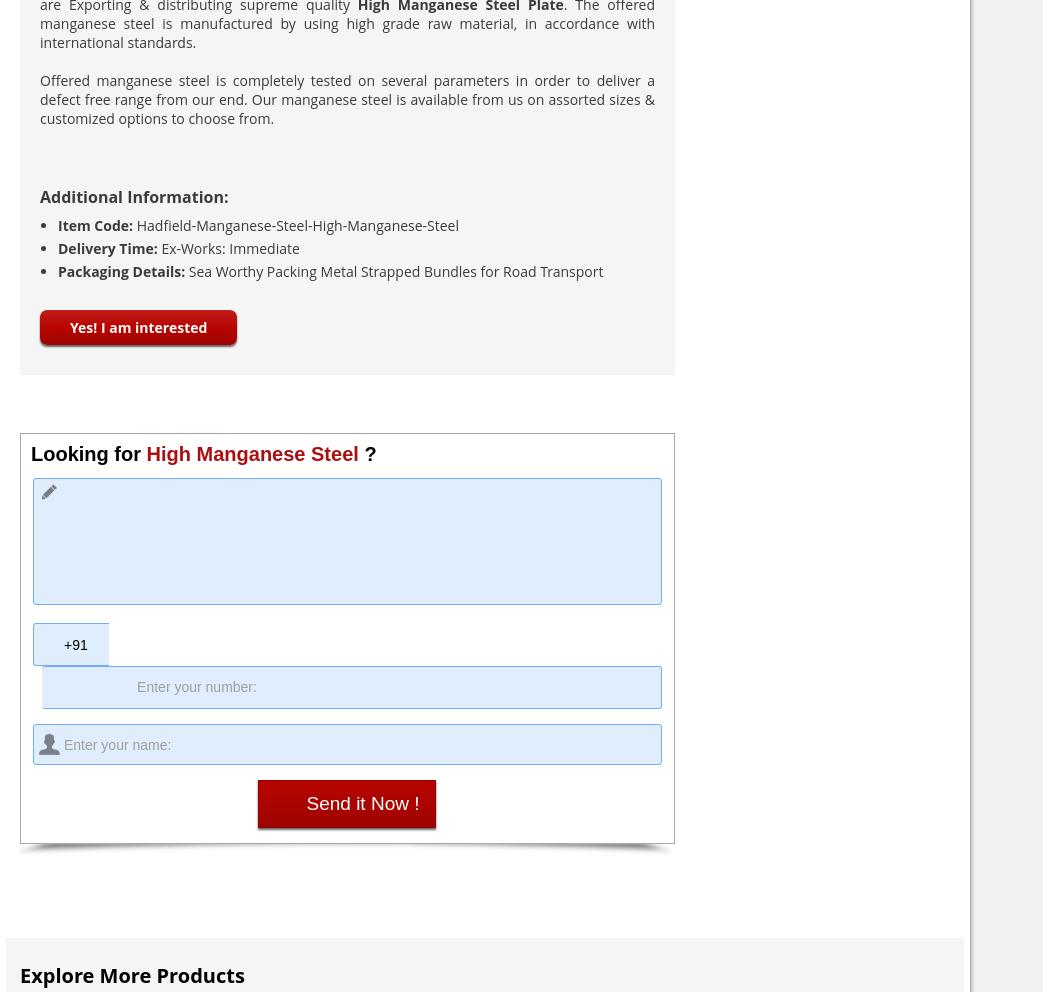  I want to click on 'Explore More Products', so click(132, 975).